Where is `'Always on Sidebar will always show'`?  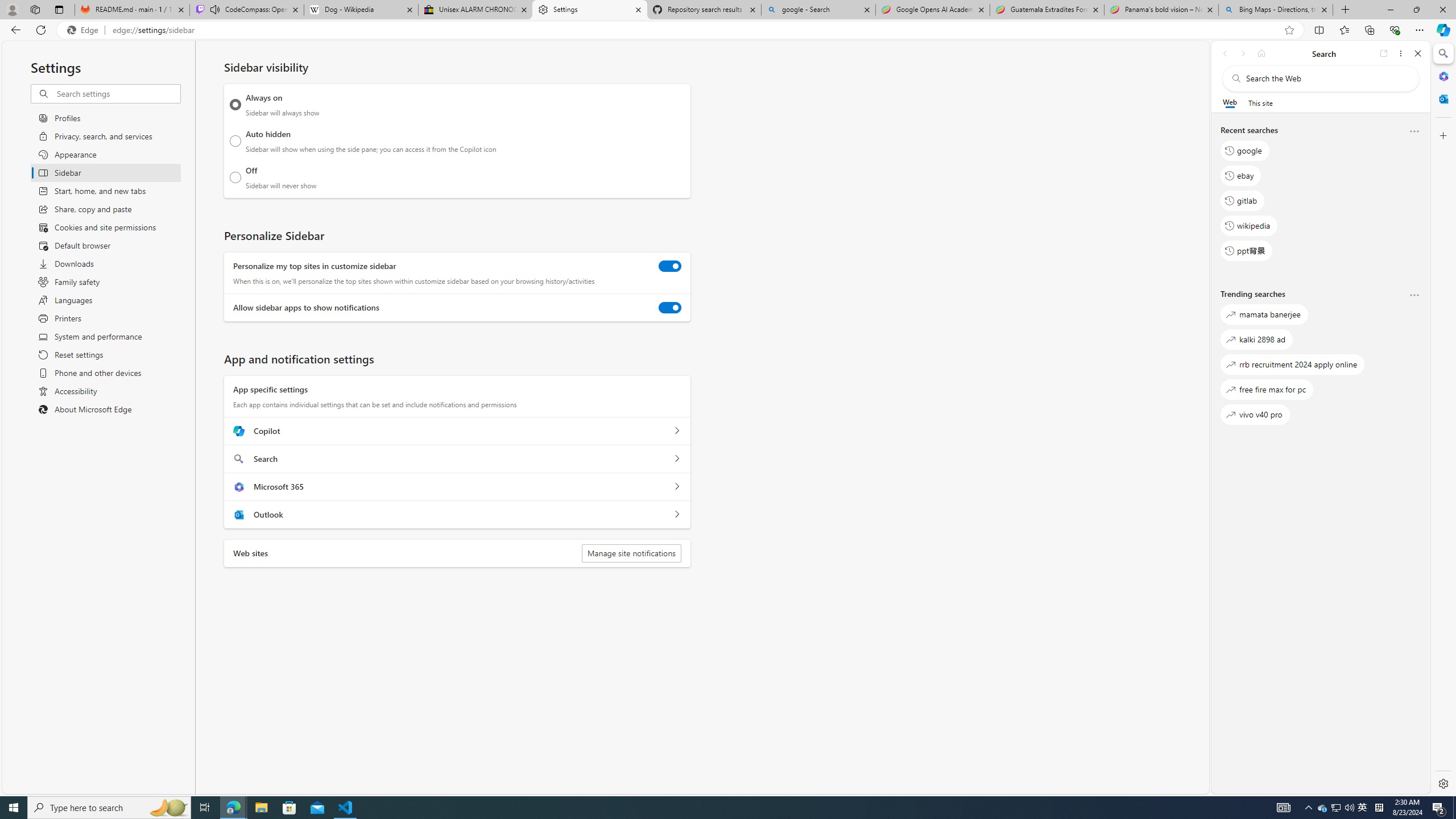 'Always on Sidebar will always show' is located at coordinates (235, 104).